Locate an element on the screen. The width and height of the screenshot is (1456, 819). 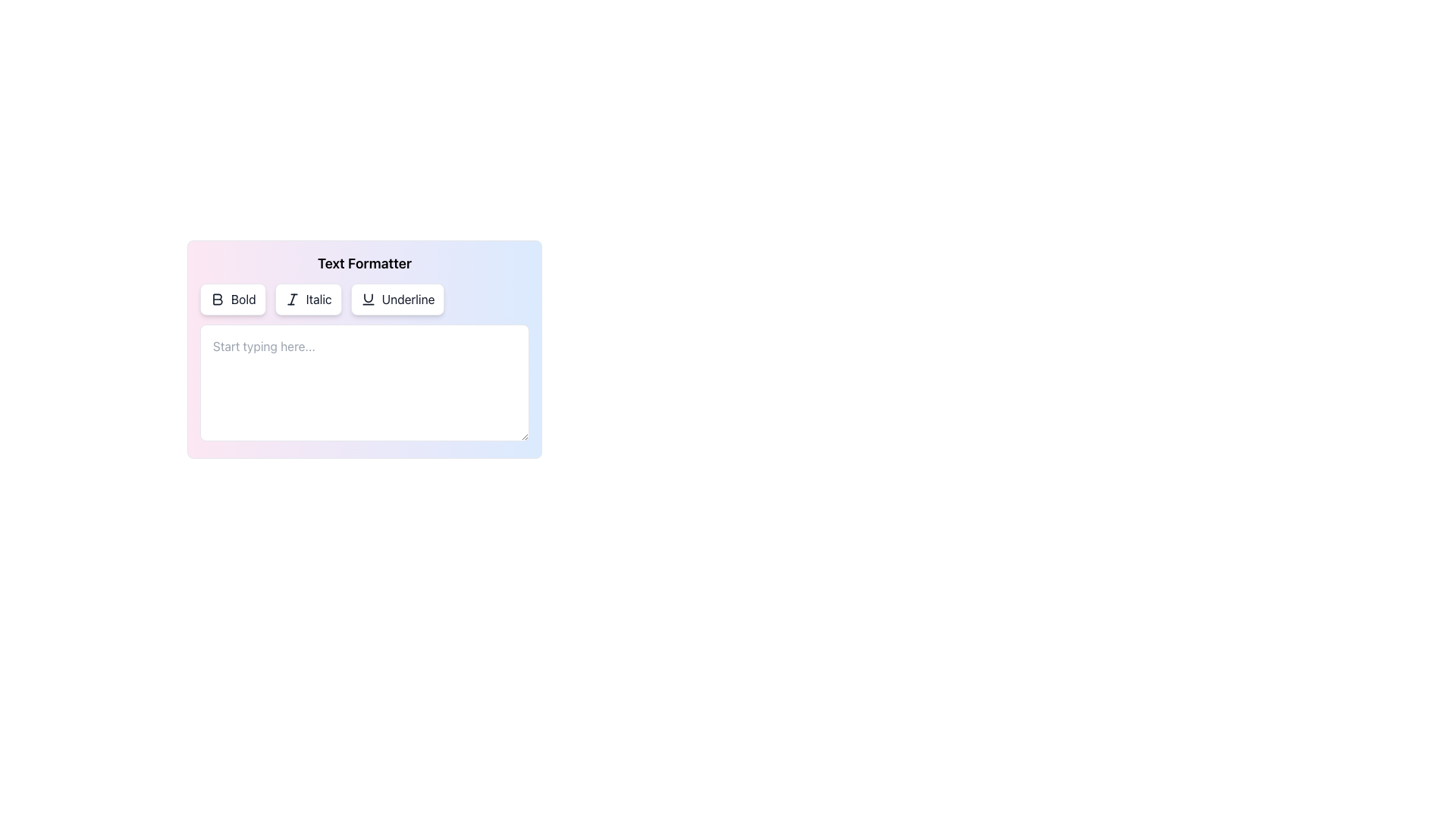
the bold icon represented by a stylized 'B' shape within the interactive button group to apply bold styling is located at coordinates (217, 299).